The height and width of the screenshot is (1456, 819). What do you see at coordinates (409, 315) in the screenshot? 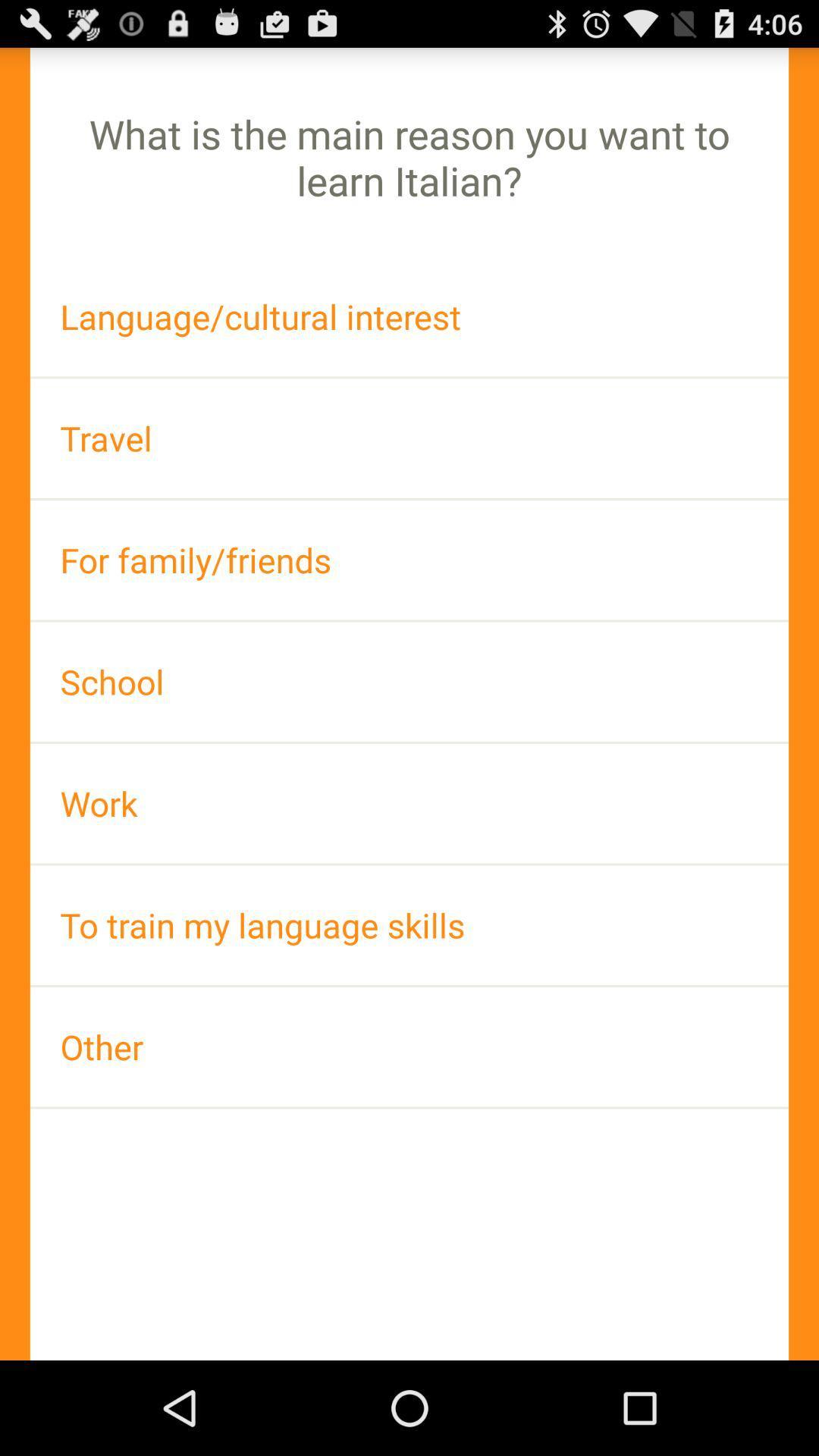
I see `the language/cultural interest icon` at bounding box center [409, 315].